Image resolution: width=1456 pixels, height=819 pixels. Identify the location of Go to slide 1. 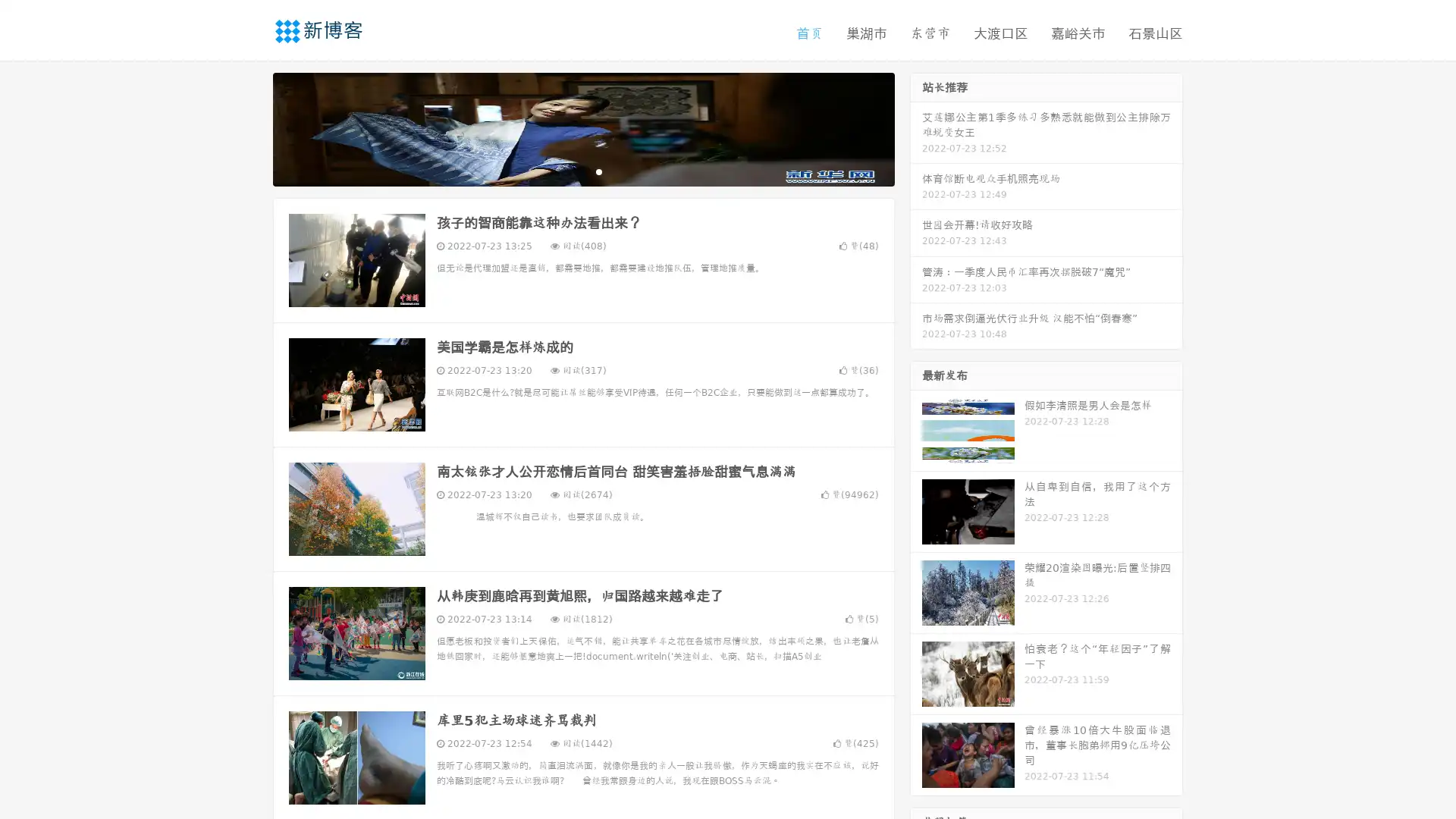
(567, 171).